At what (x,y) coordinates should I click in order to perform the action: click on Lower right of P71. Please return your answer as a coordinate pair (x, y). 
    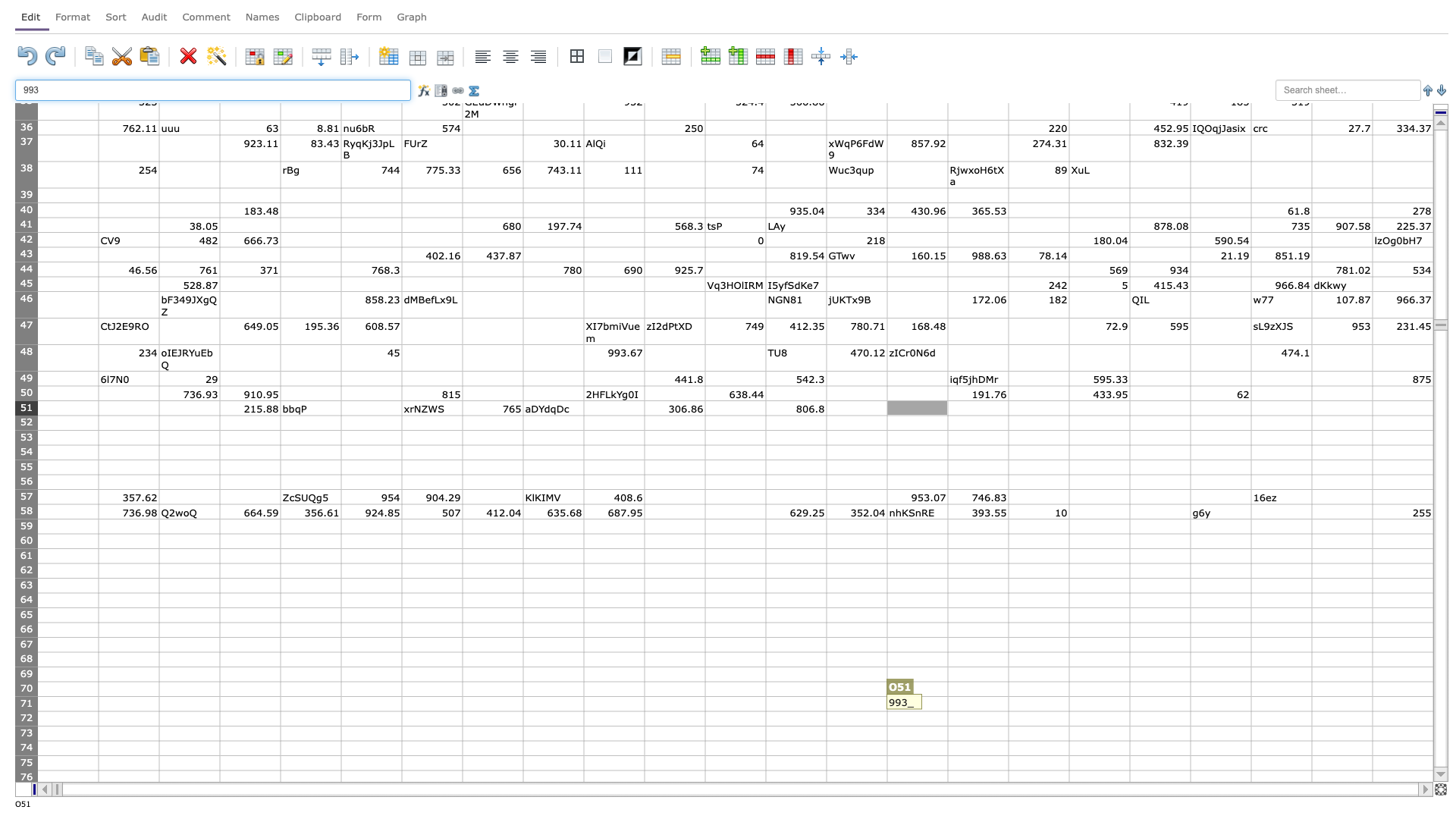
    Looking at the image, I should click on (1008, 711).